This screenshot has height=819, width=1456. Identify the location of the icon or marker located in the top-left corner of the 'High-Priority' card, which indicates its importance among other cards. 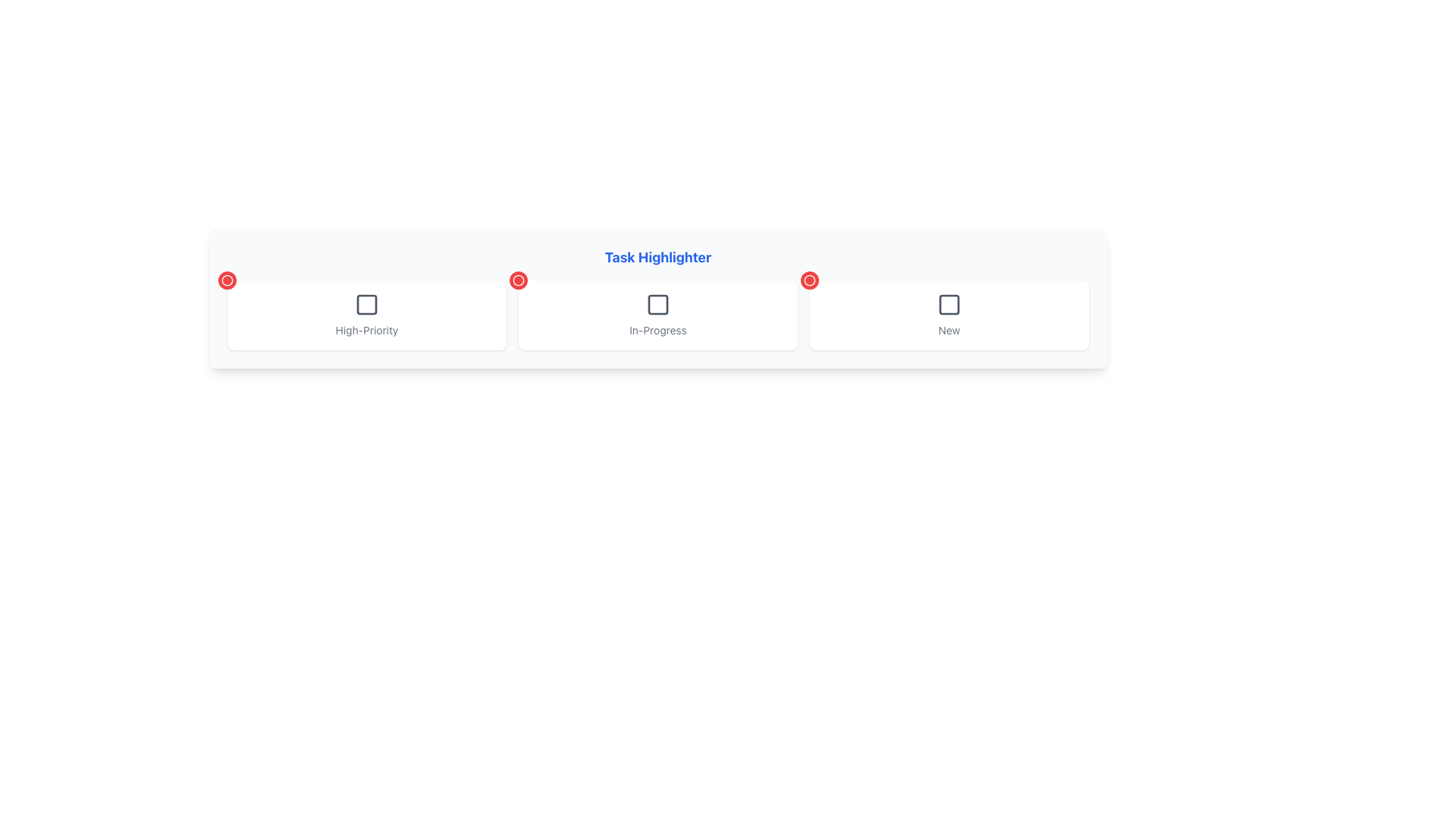
(226, 281).